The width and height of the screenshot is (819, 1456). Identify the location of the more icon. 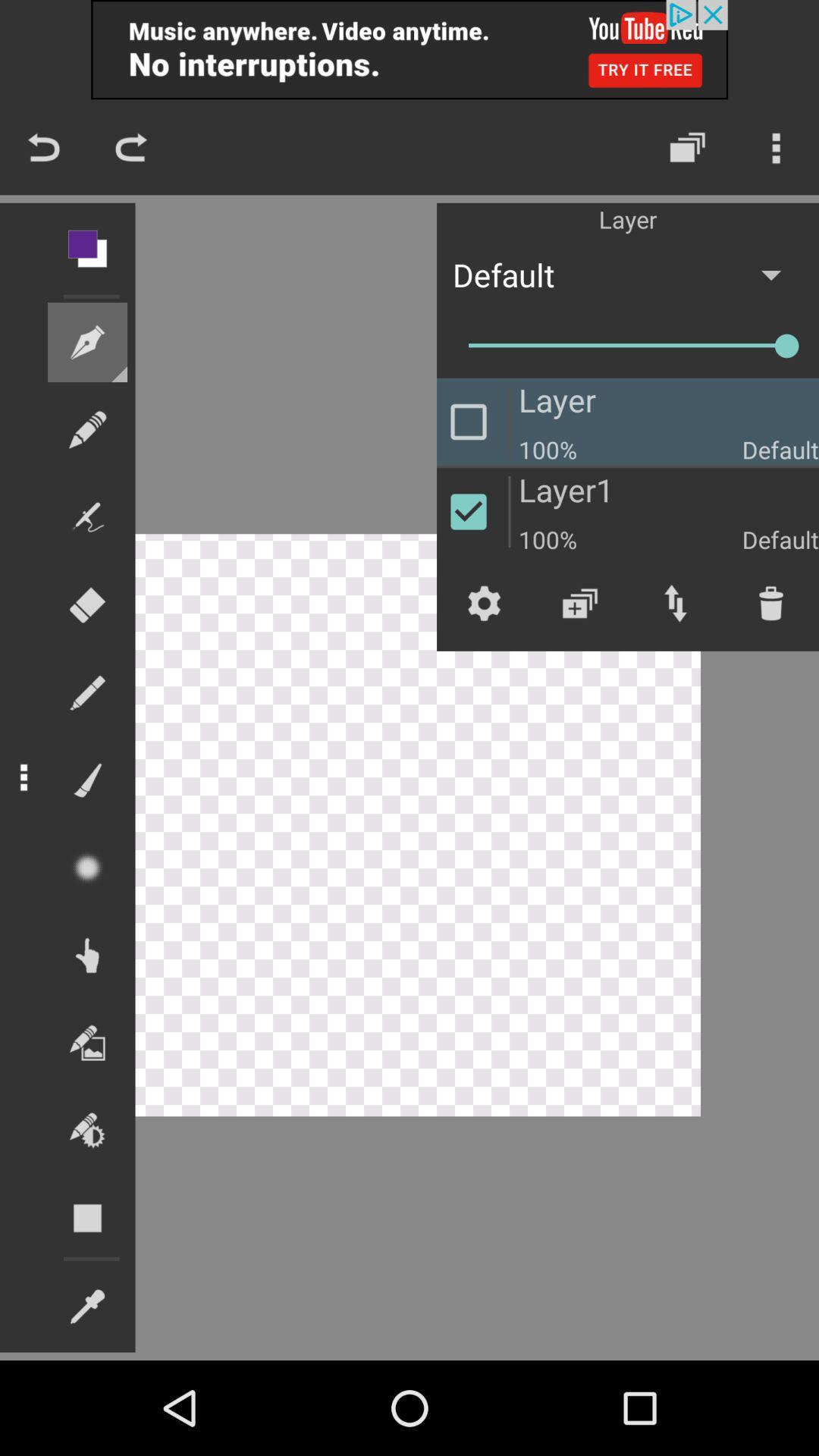
(775, 147).